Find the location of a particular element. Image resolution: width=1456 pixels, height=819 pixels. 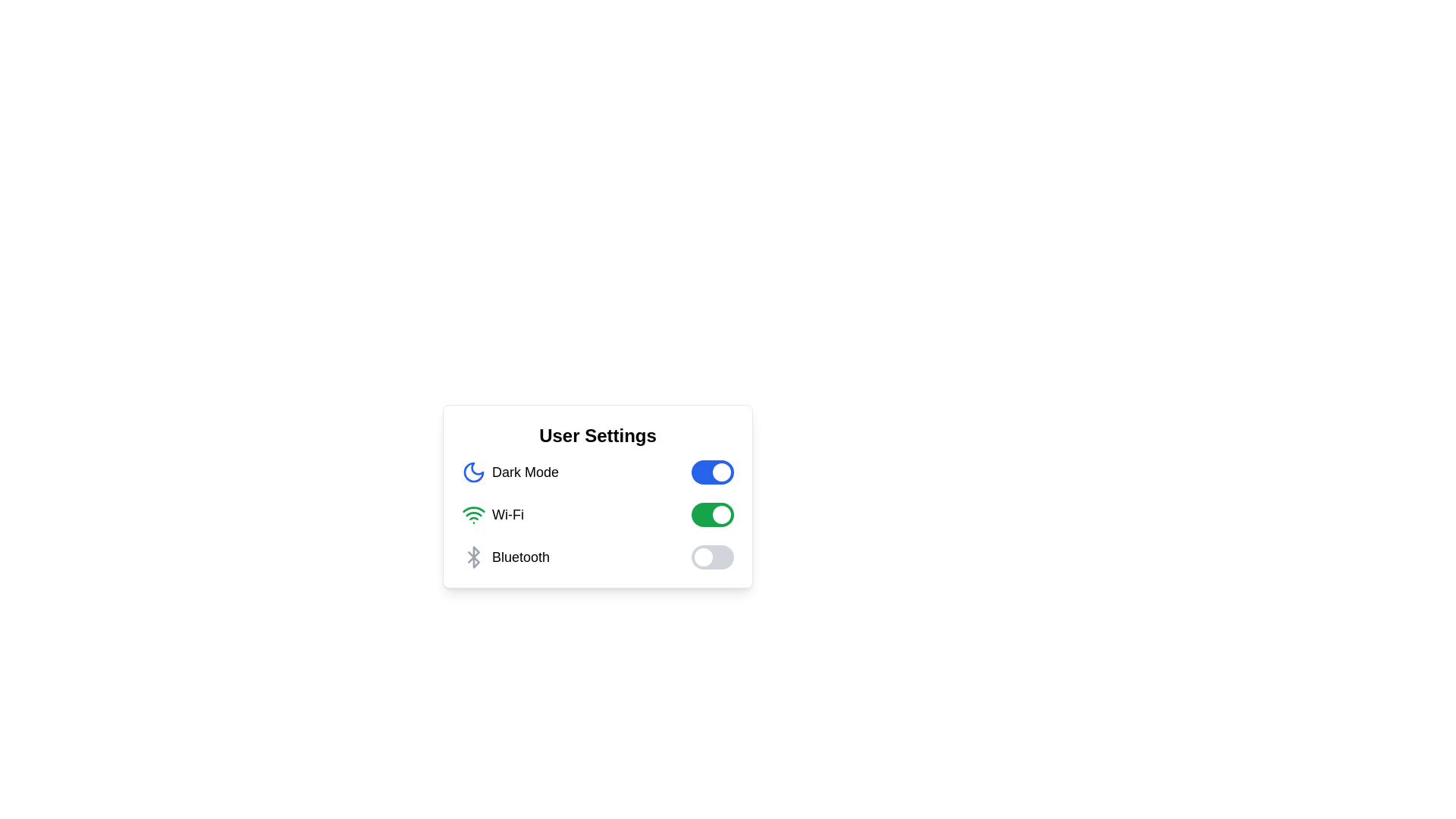

the text label that describes the dark mode toggle switch in the User Settings panel, located to the right of the moon icon and to the left of the blue toggle switch is located at coordinates (525, 472).